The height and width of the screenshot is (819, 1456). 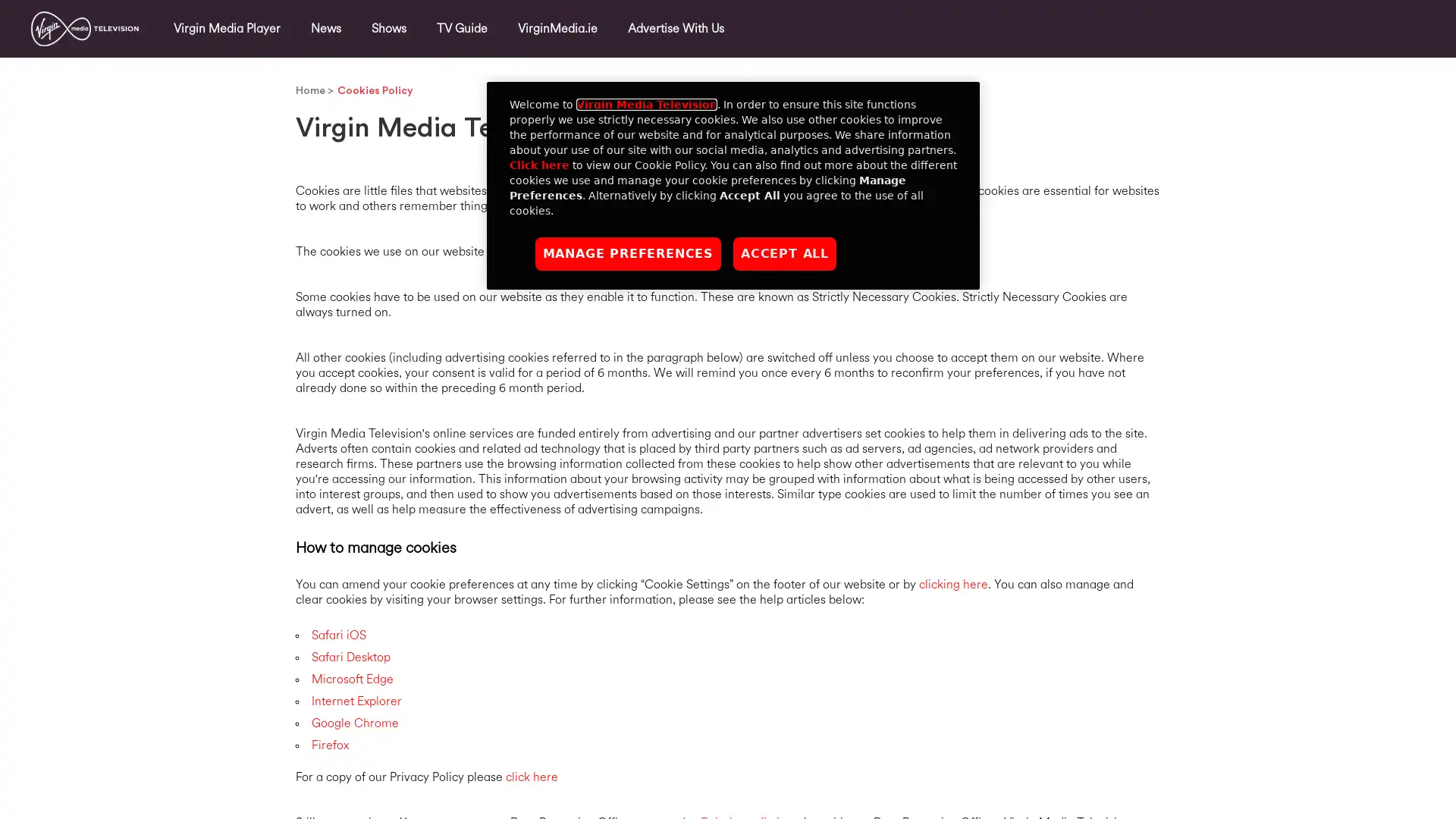 What do you see at coordinates (628, 253) in the screenshot?
I see `MANAGE PREFERENCES` at bounding box center [628, 253].